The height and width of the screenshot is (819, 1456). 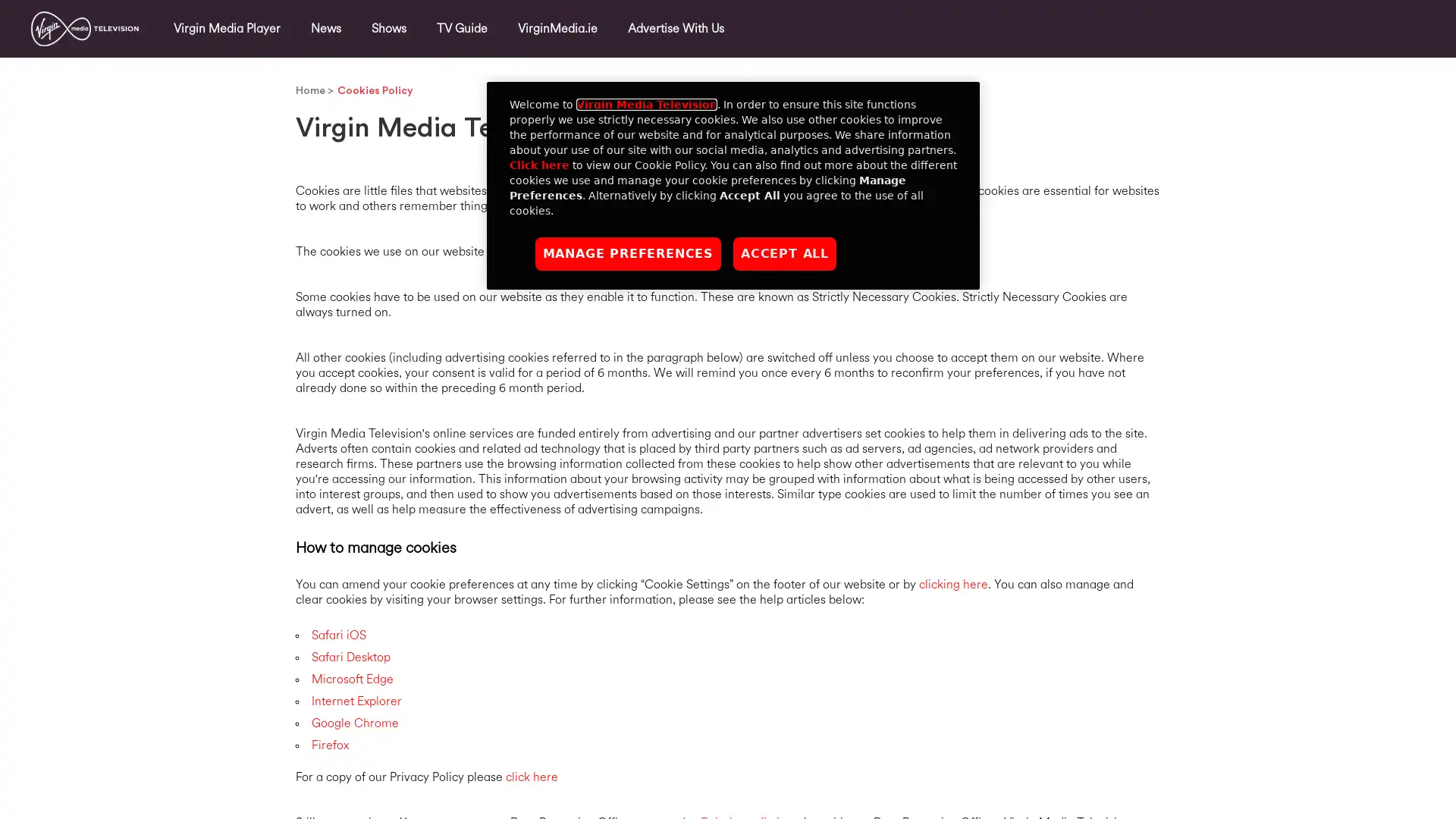 What do you see at coordinates (628, 253) in the screenshot?
I see `MANAGE PREFERENCES` at bounding box center [628, 253].